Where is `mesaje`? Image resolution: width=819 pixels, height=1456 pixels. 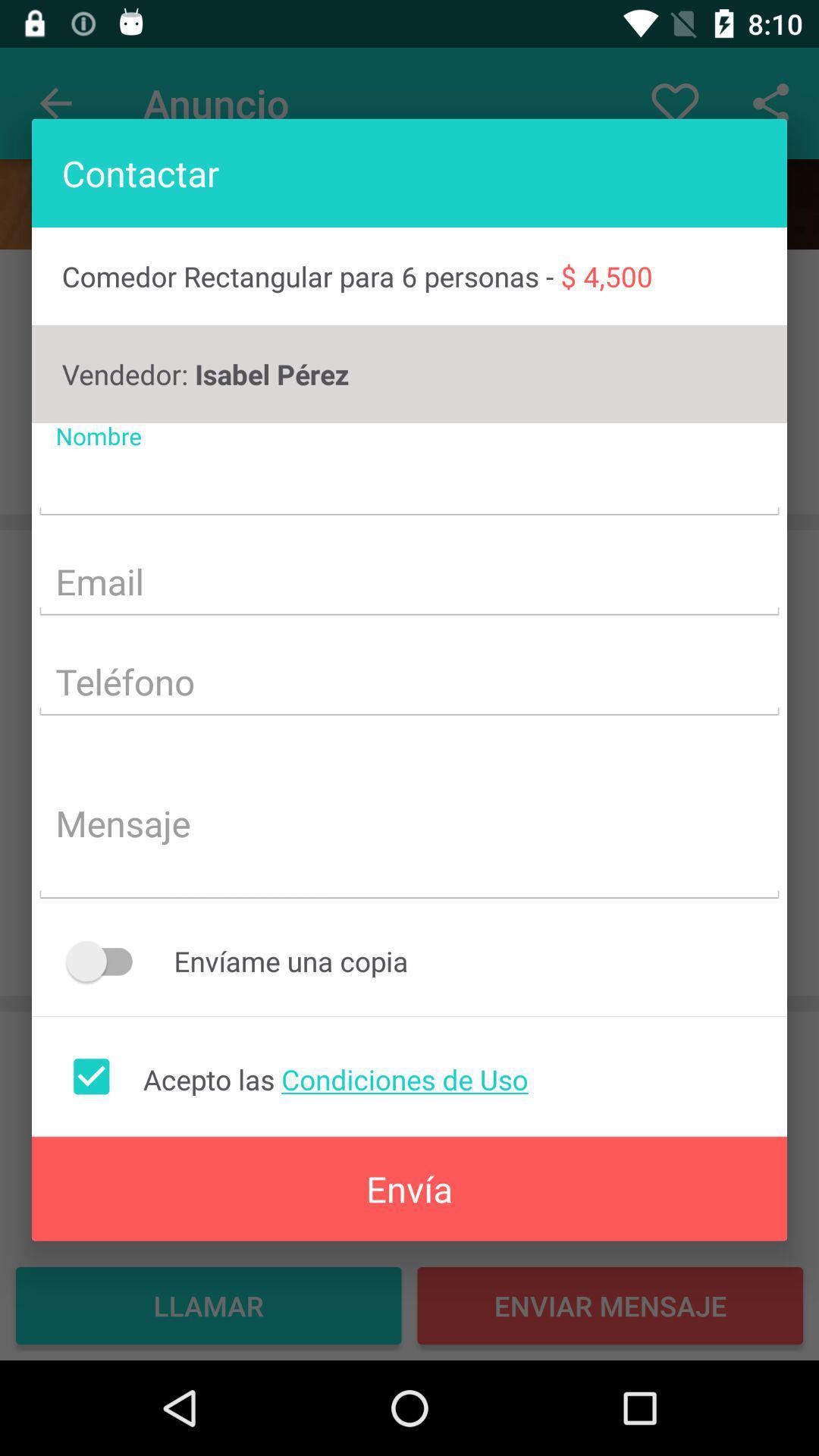 mesaje is located at coordinates (409, 825).